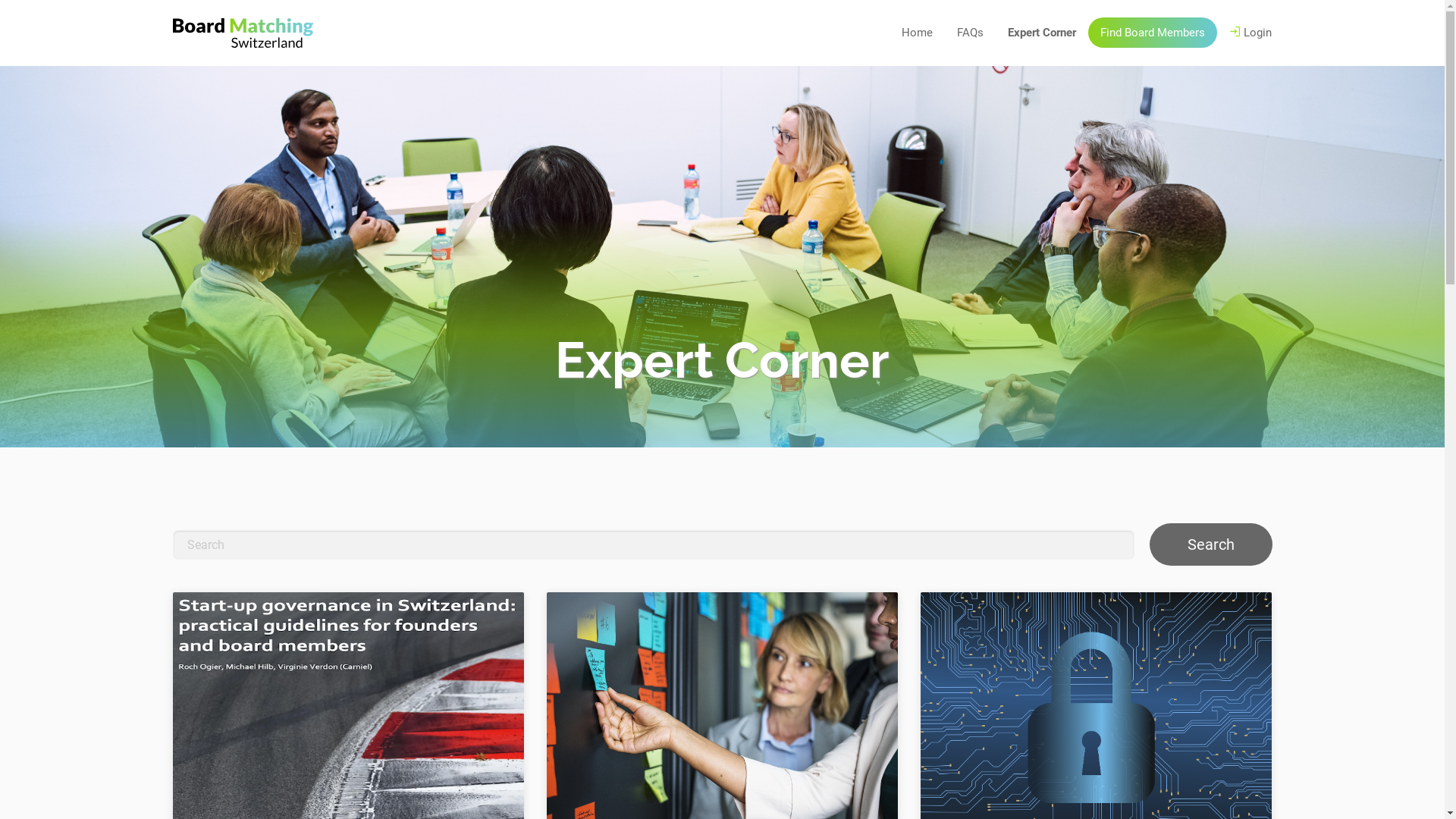 The image size is (1456, 819). I want to click on 'FAQs', so click(969, 32).